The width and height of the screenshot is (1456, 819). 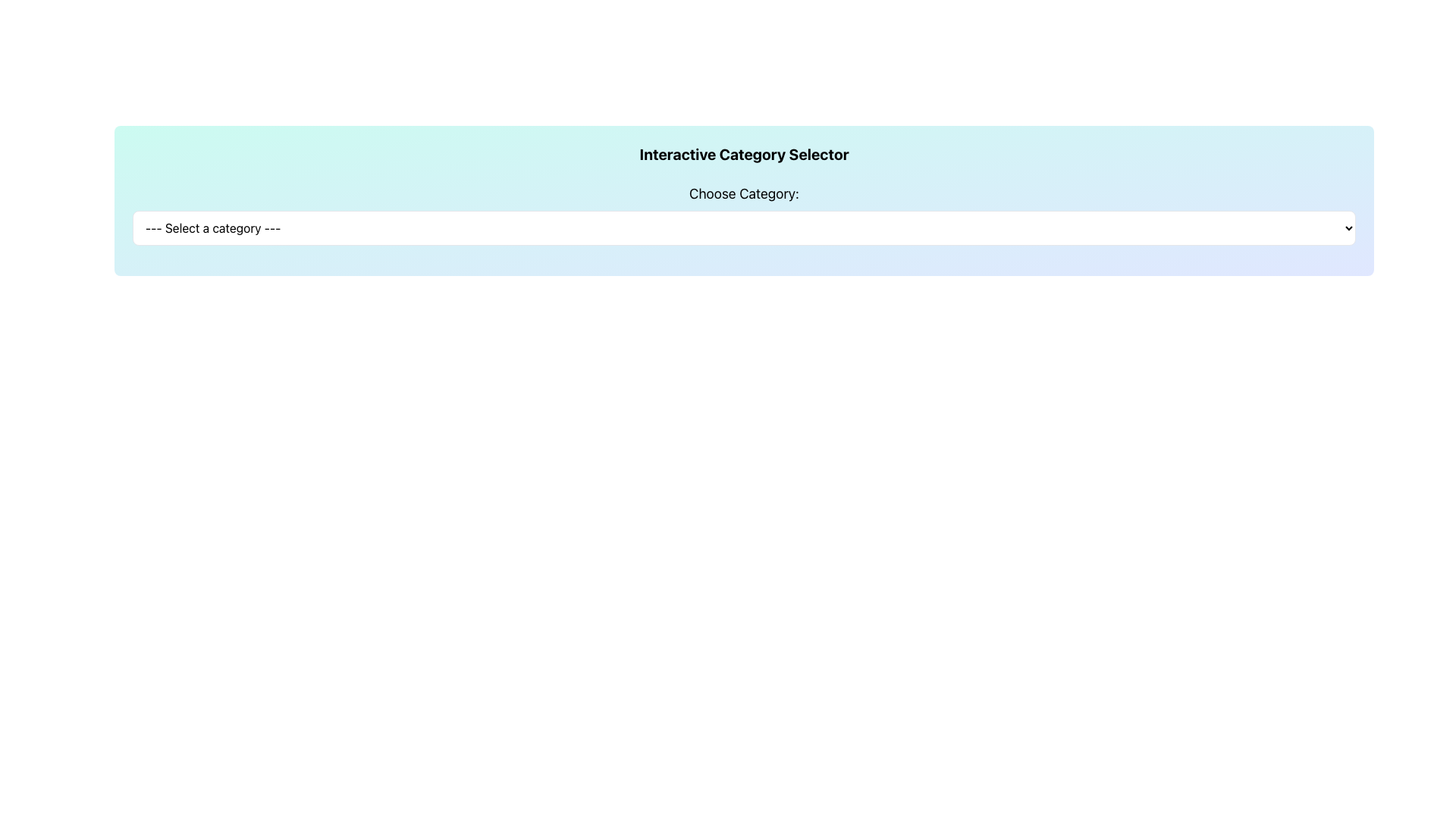 What do you see at coordinates (744, 214) in the screenshot?
I see `the dropdown menu labeled 'Choose Category:'` at bounding box center [744, 214].